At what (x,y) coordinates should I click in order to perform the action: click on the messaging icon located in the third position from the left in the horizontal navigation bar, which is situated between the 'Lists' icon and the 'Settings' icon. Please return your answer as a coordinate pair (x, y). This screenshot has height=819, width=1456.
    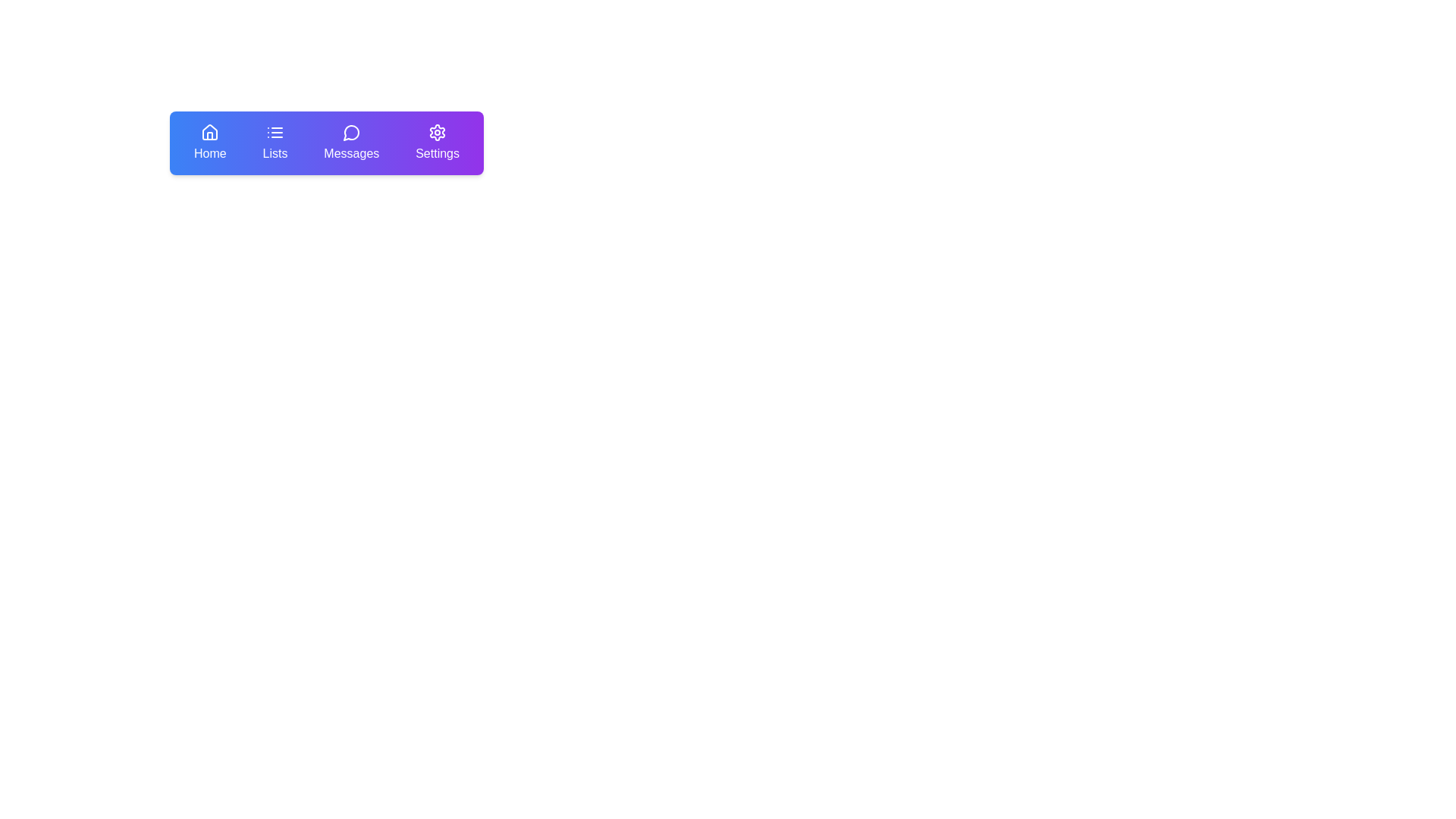
    Looking at the image, I should click on (350, 132).